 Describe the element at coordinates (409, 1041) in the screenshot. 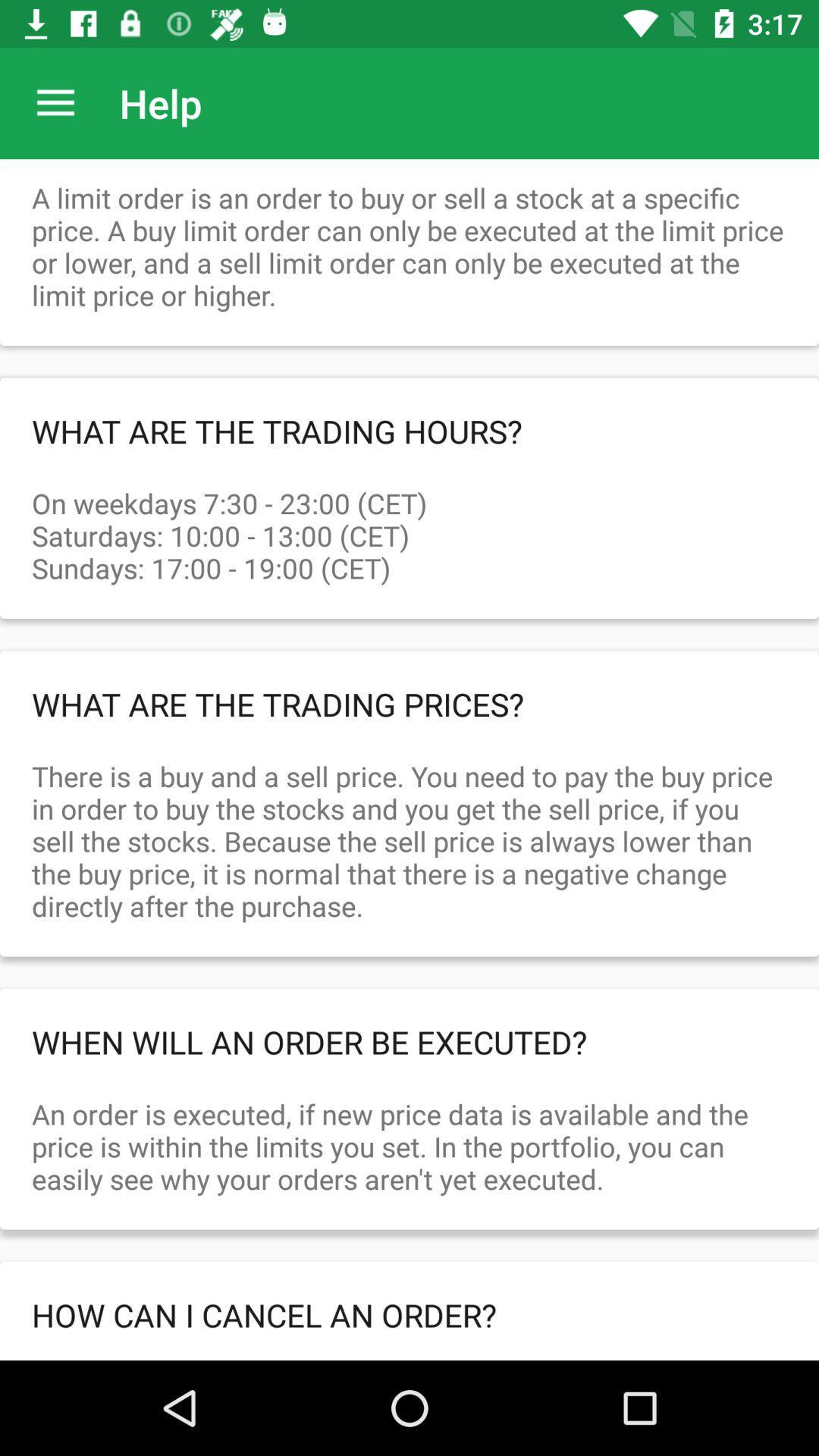

I see `when will an order be executed` at that location.